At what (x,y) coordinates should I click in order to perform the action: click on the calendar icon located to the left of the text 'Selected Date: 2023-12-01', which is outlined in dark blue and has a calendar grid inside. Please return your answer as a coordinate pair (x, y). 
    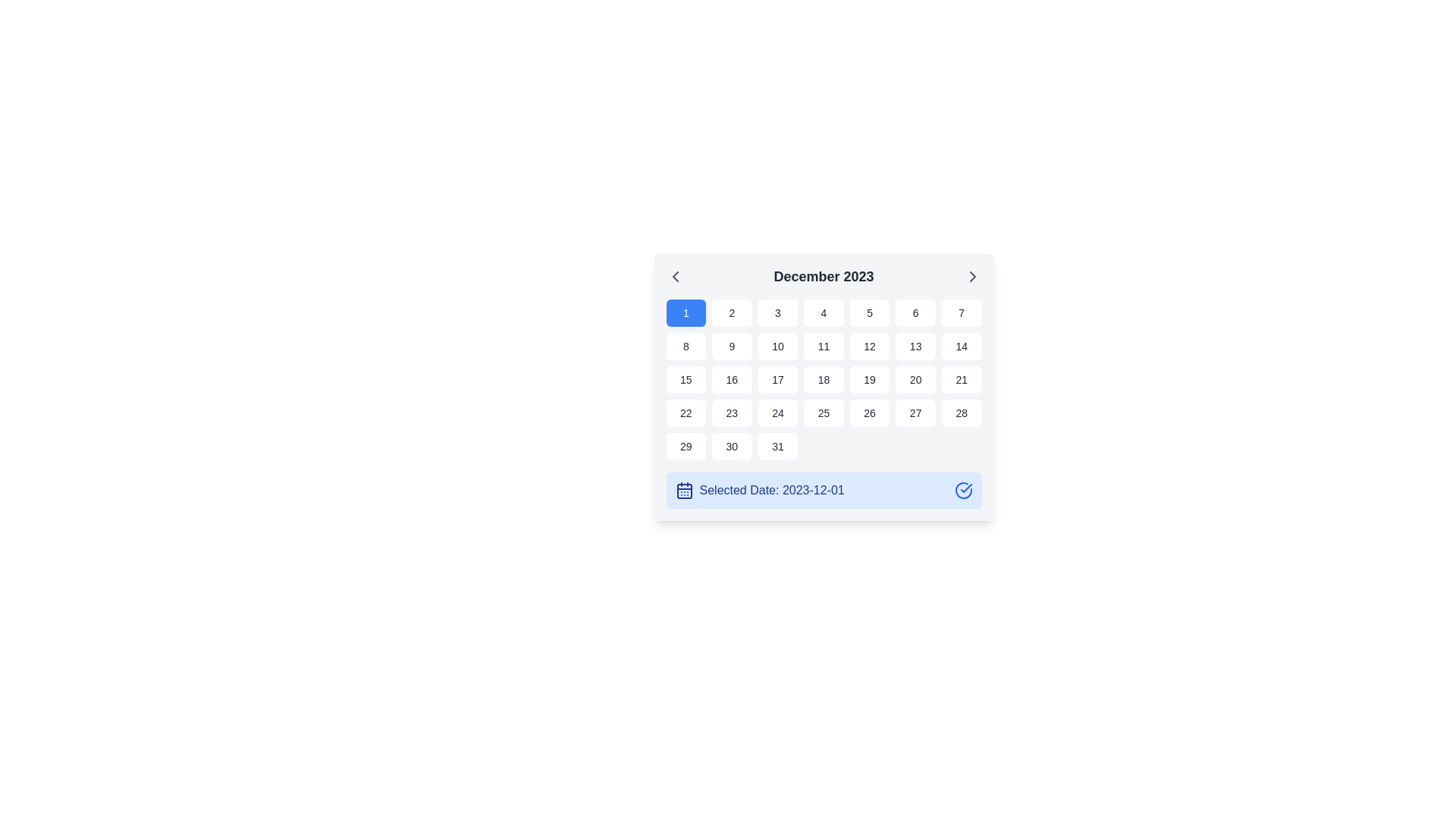
    Looking at the image, I should click on (683, 491).